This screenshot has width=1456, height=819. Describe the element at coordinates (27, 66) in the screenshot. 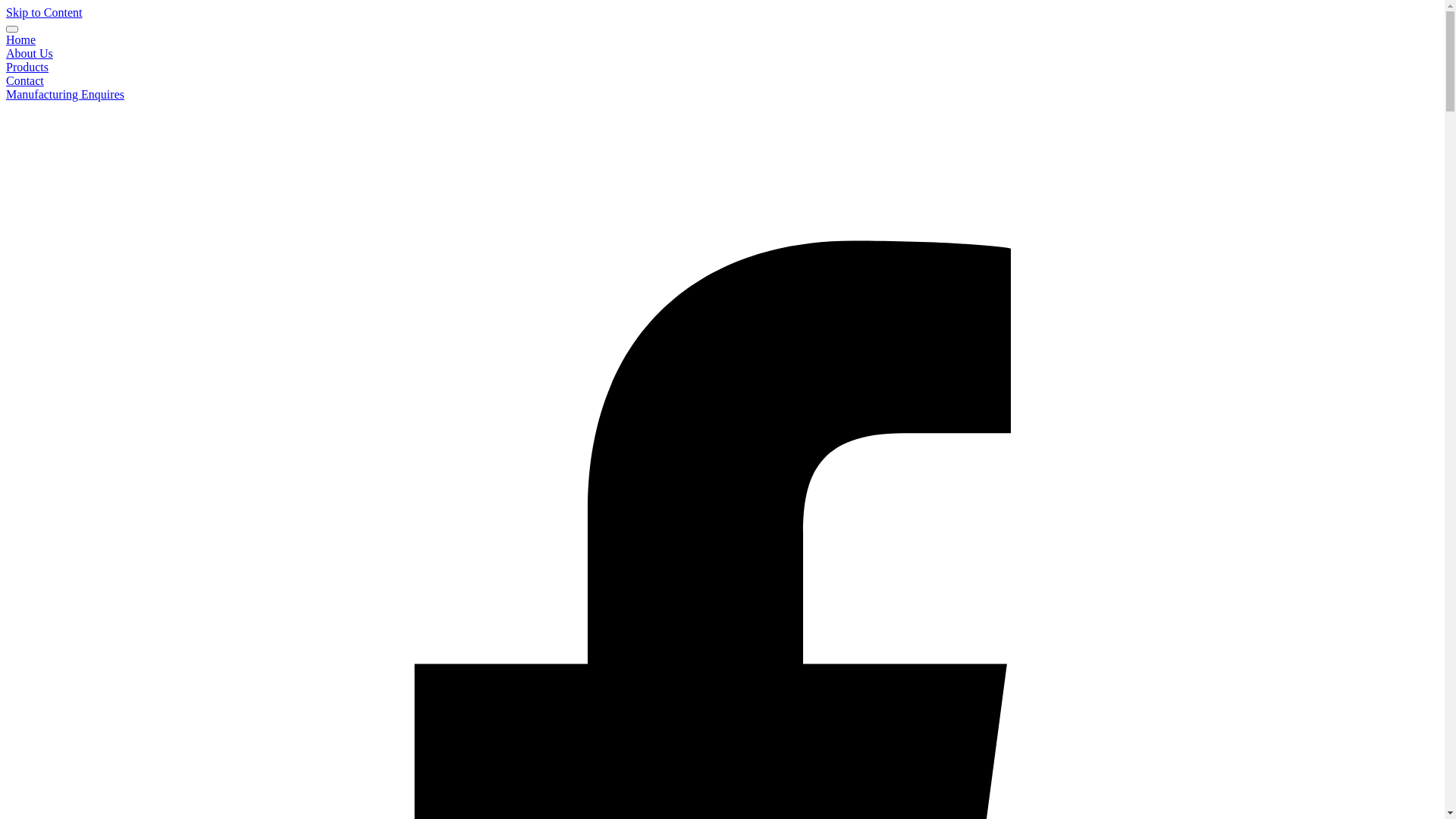

I see `'Products'` at that location.